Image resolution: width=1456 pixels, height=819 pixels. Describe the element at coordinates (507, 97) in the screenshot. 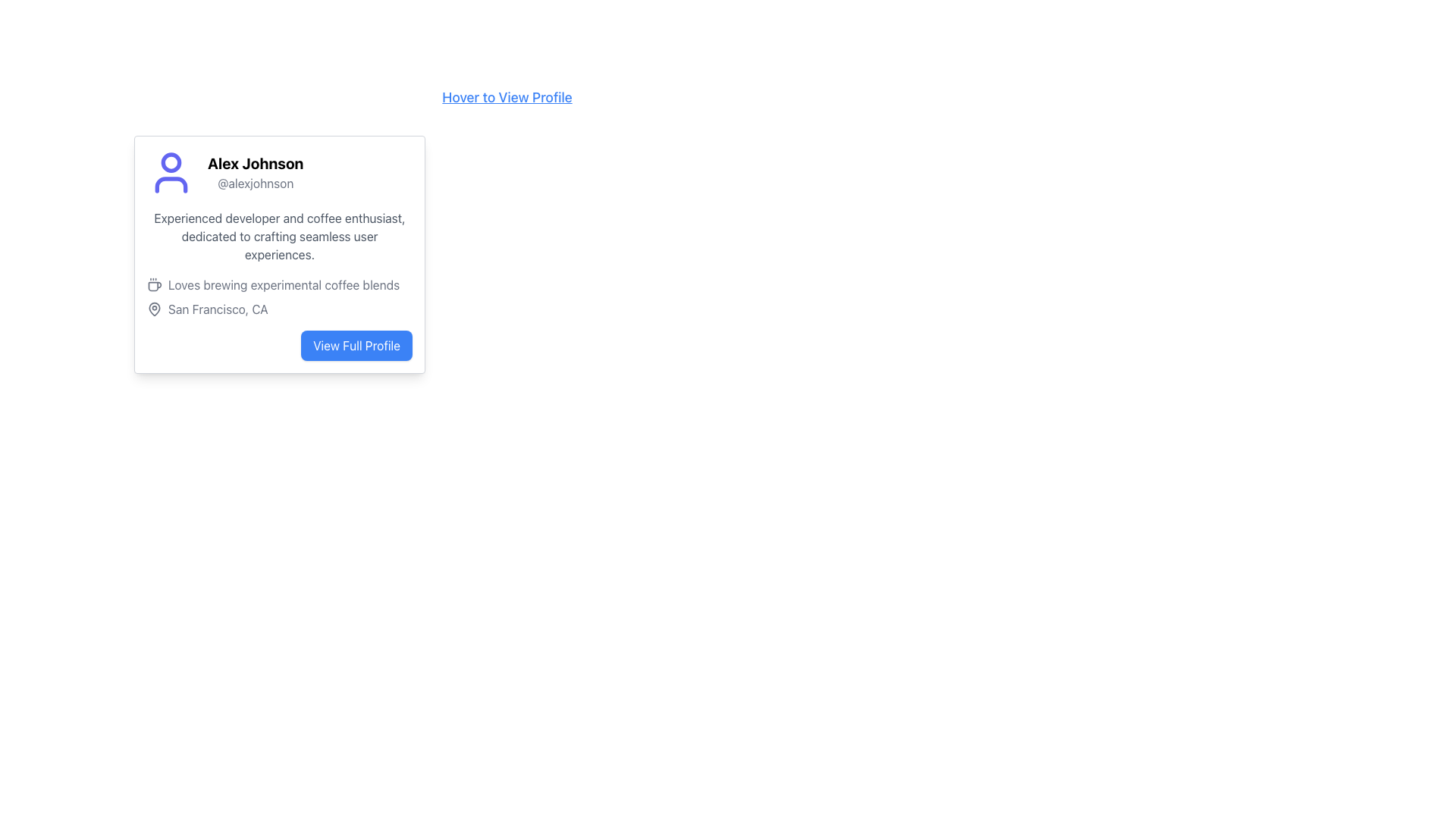

I see `the Text Link that reveals the user profile card when hovered over, located at the top center of the interface` at that location.